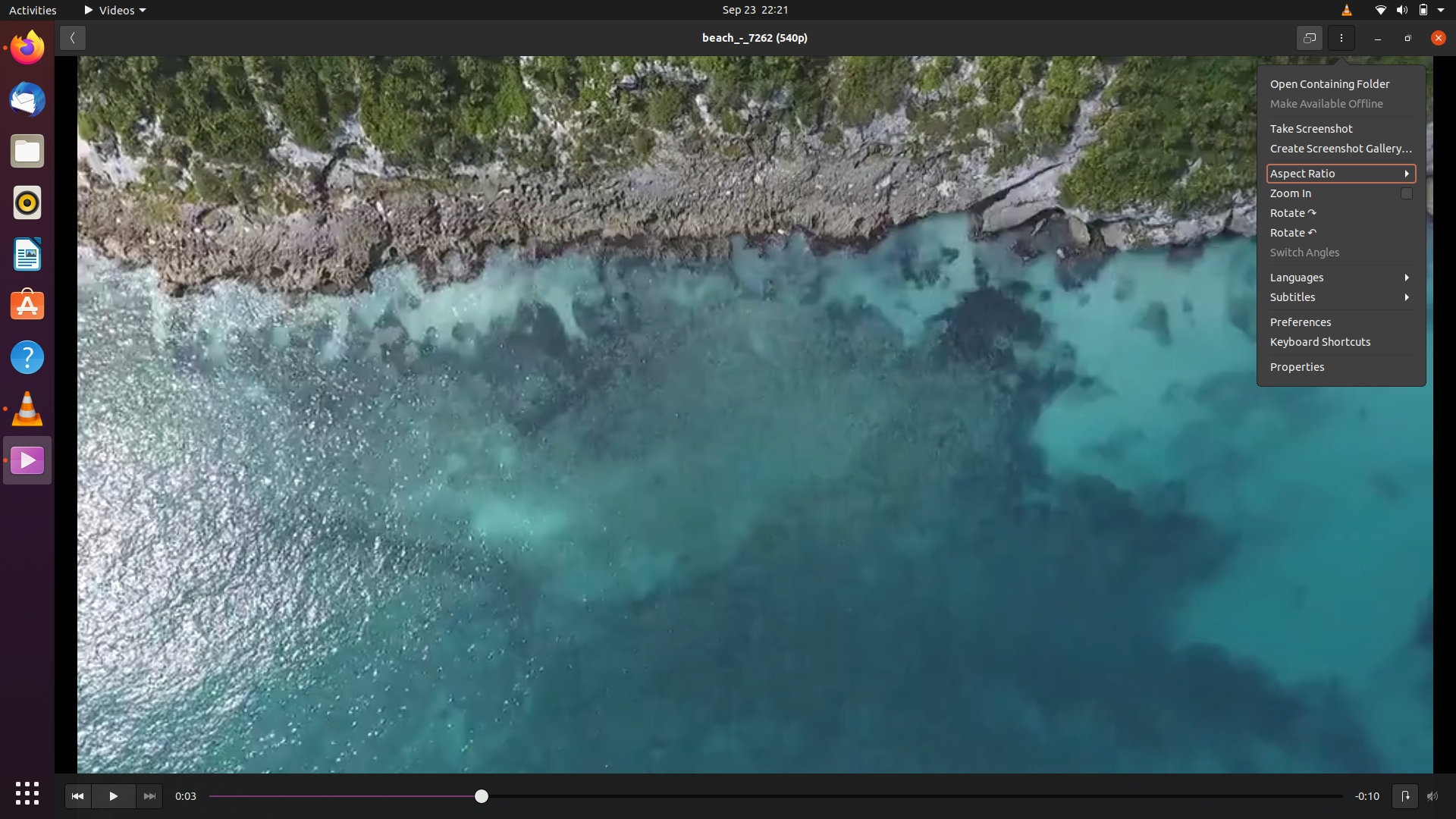 This screenshot has width=1456, height=819. I want to click on the video"s conclusion, so click(1316, 795).